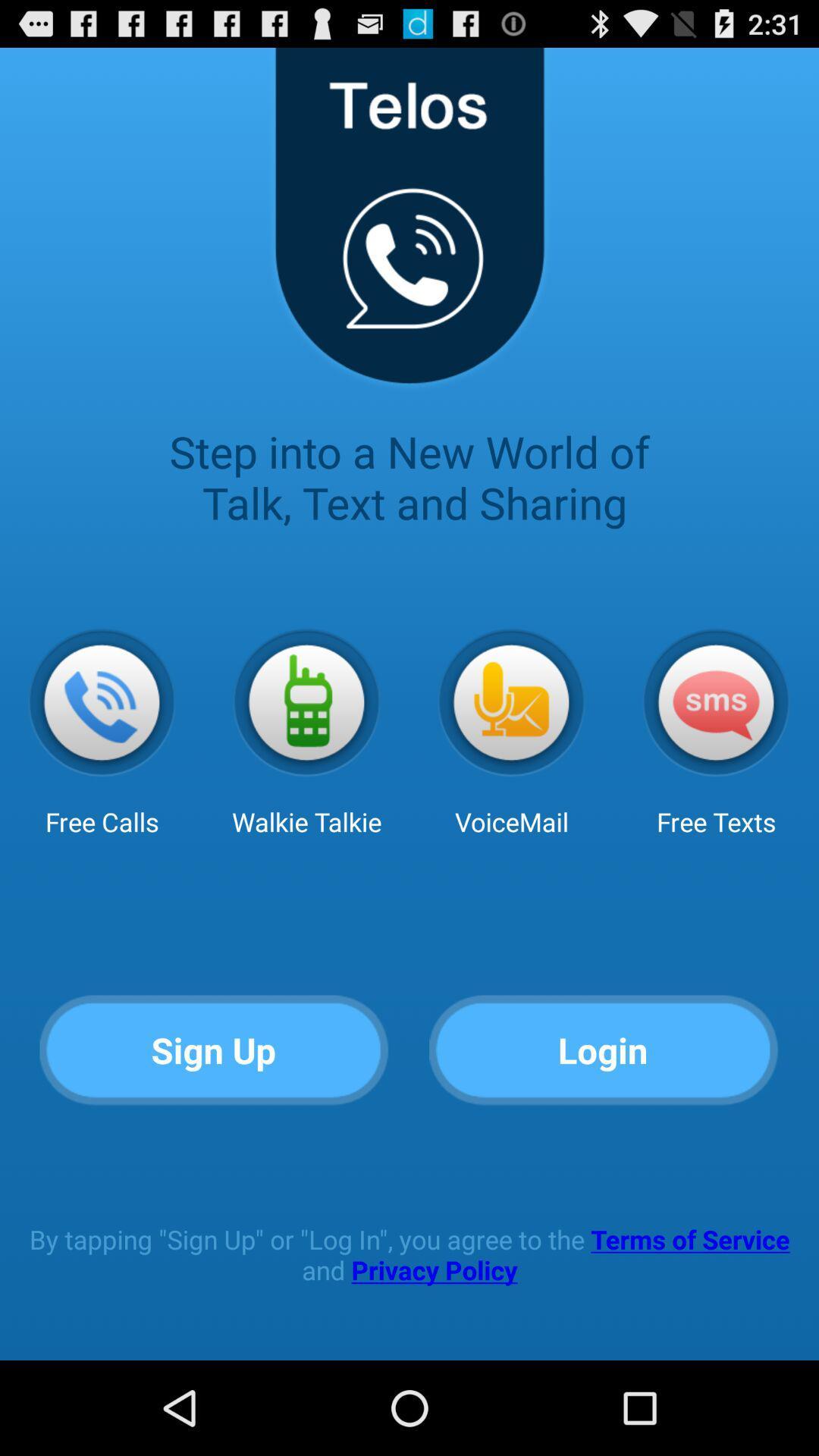 The width and height of the screenshot is (819, 1456). Describe the element at coordinates (603, 1050) in the screenshot. I see `the item at the bottom right corner` at that location.